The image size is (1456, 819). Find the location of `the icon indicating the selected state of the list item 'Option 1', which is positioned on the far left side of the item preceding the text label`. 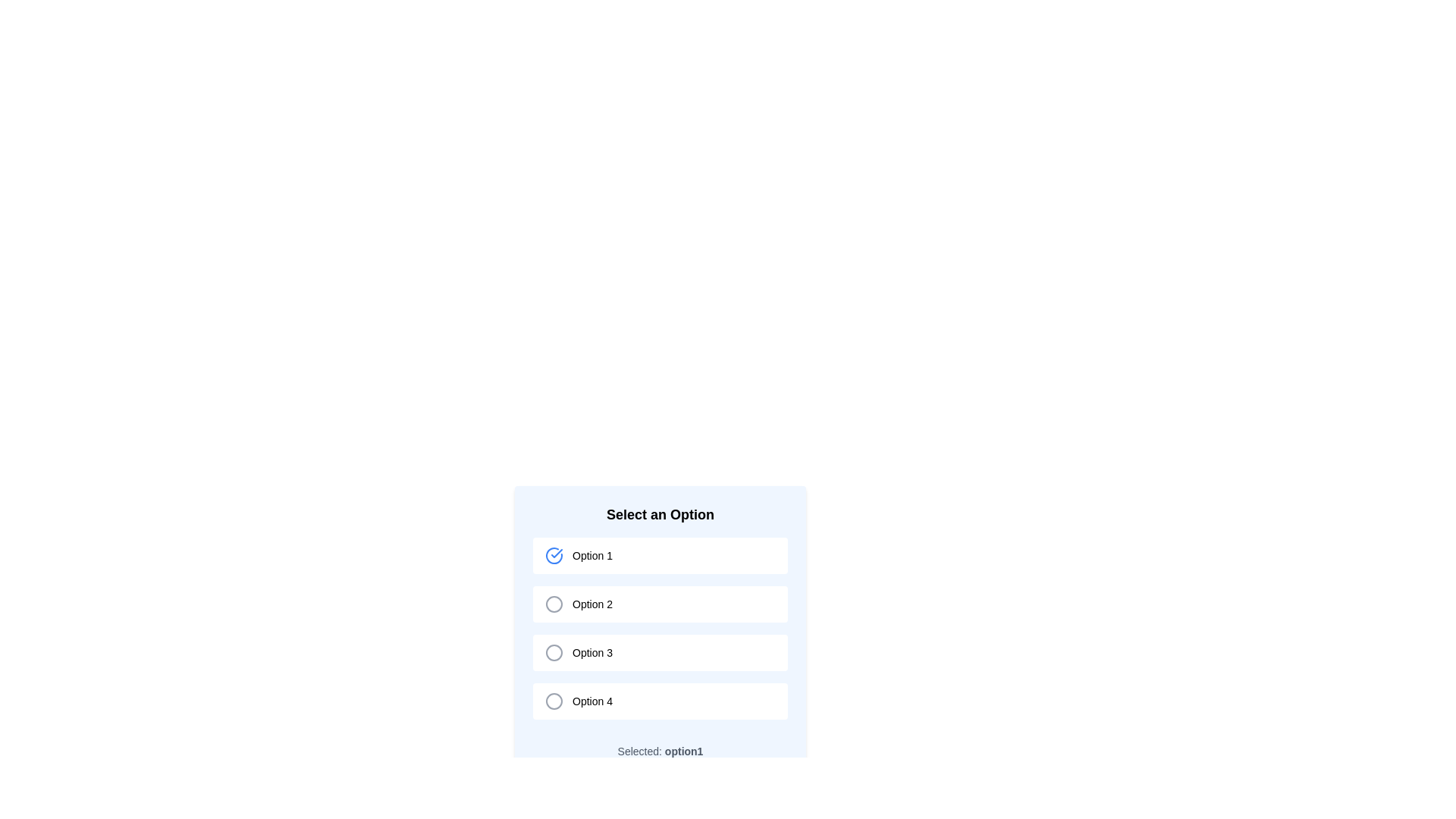

the icon indicating the selected state of the list item 'Option 1', which is positioned on the far left side of the item preceding the text label is located at coordinates (553, 555).